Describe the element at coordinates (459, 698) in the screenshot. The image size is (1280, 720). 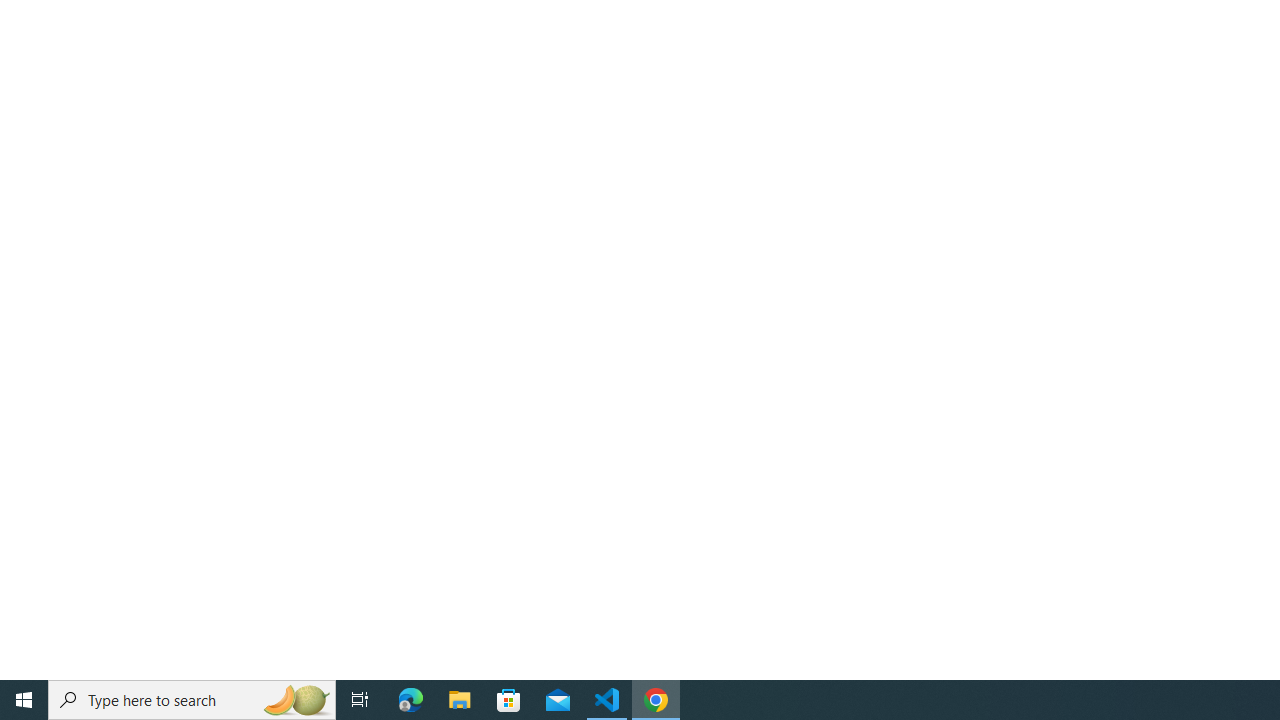
I see `'File Explorer'` at that location.